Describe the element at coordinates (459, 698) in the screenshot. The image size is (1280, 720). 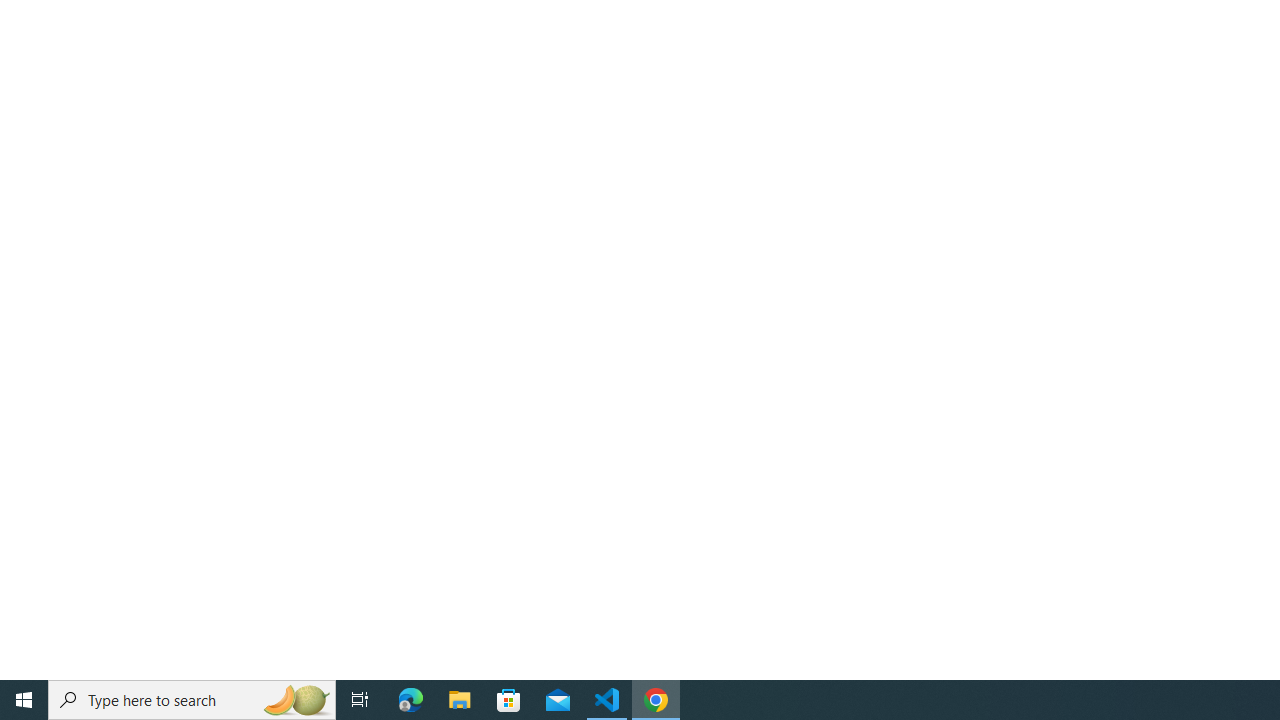
I see `'File Explorer'` at that location.